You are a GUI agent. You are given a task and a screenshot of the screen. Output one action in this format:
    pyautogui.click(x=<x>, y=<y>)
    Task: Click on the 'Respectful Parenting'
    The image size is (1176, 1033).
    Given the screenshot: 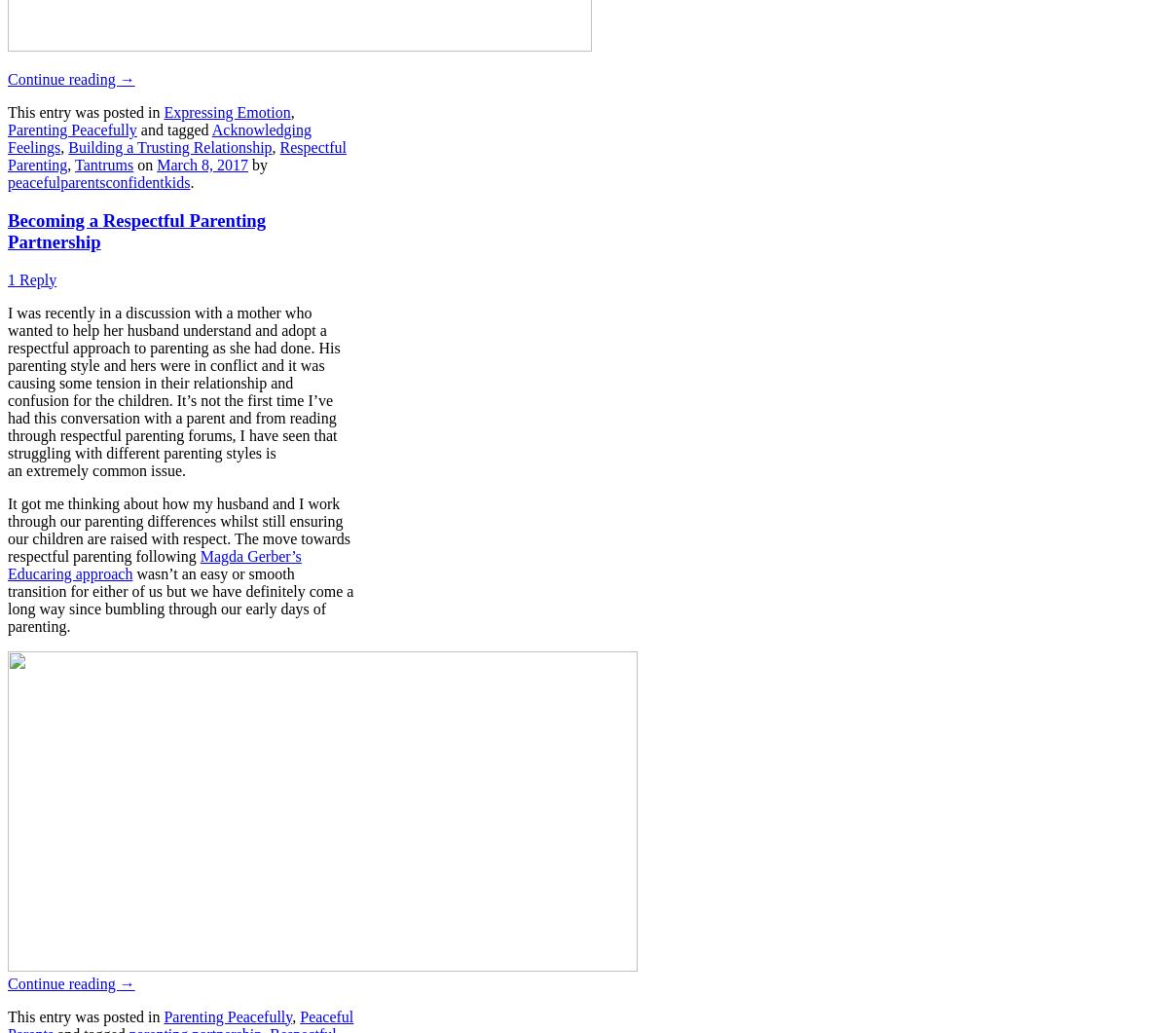 What is the action you would take?
    pyautogui.click(x=6, y=156)
    